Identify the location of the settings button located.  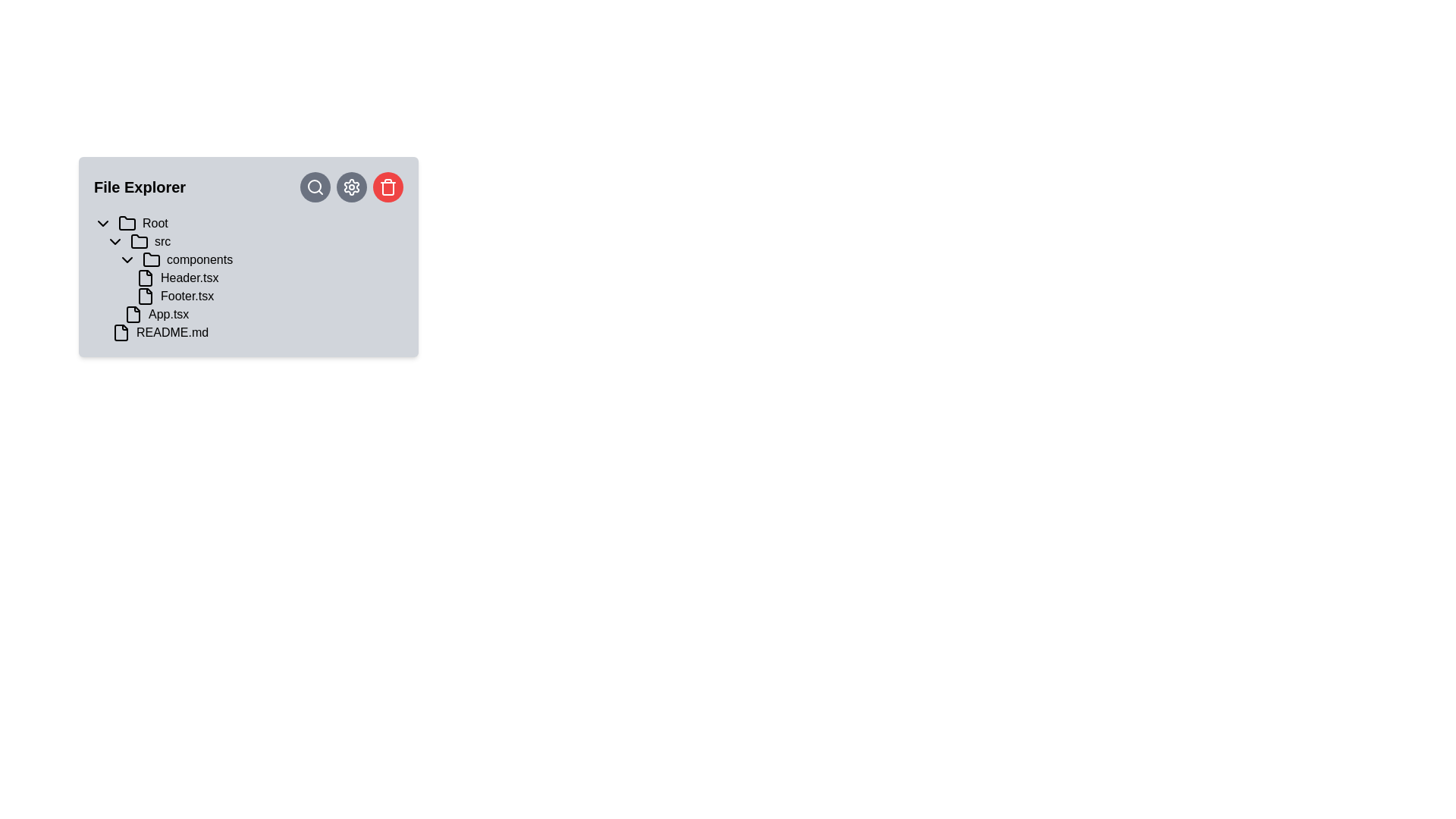
(351, 186).